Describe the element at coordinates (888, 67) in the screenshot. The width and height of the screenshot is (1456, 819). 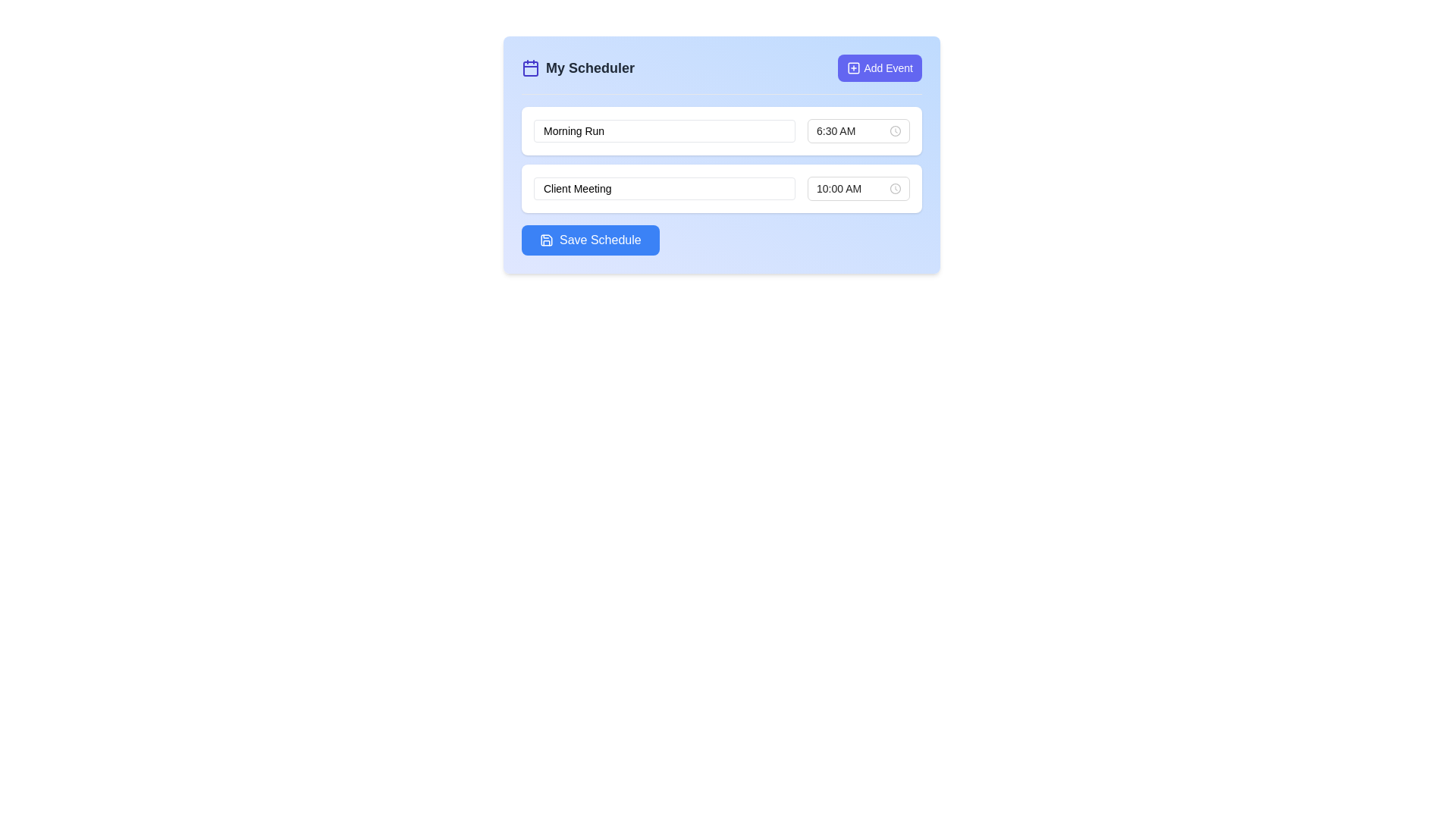
I see `the 'Add Event' button located at the top-right of the visible card interface, which displays the phrase 'Add Event' in white on a purple background` at that location.